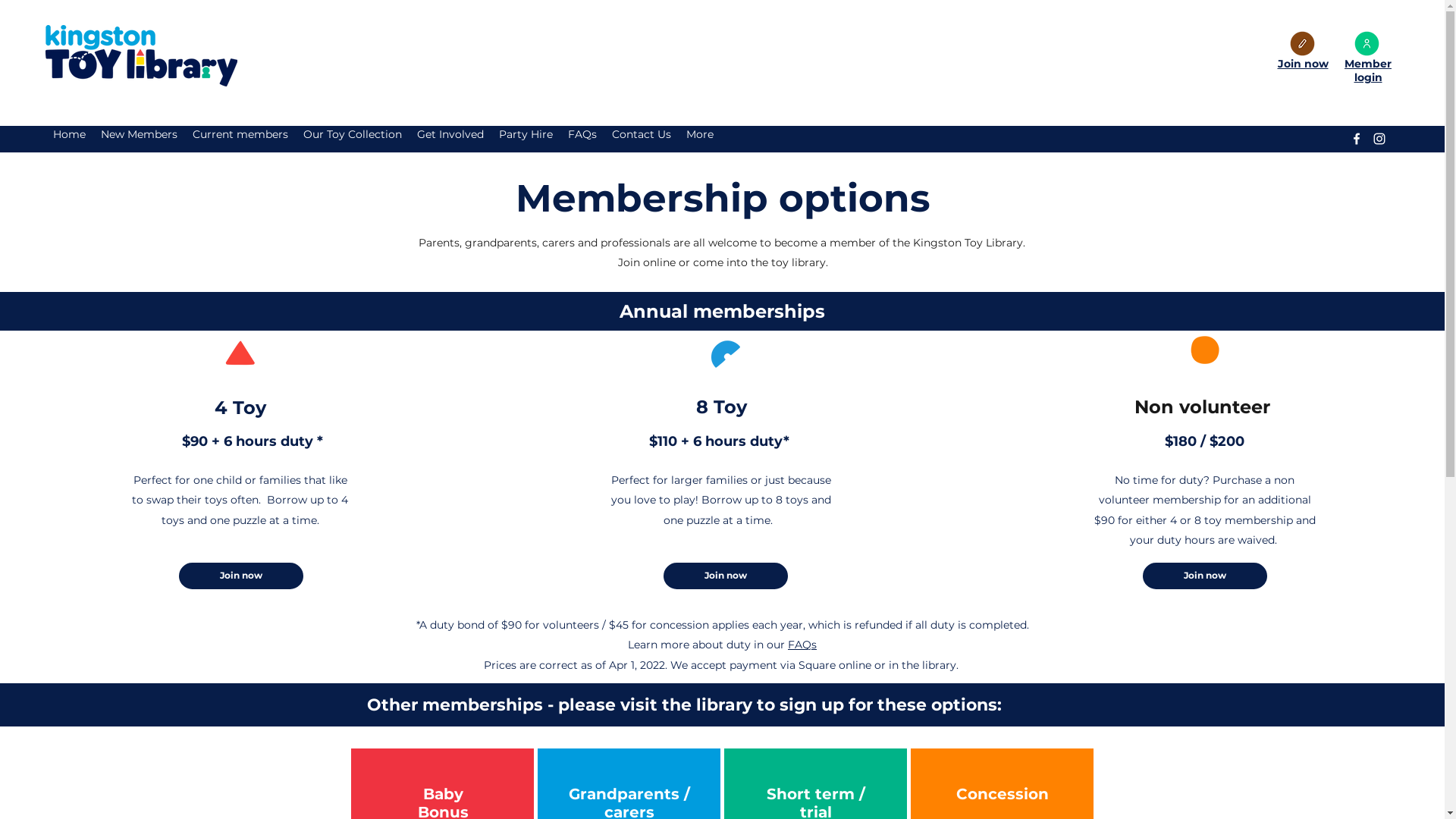  Describe the element at coordinates (239, 138) in the screenshot. I see `'Current members'` at that location.